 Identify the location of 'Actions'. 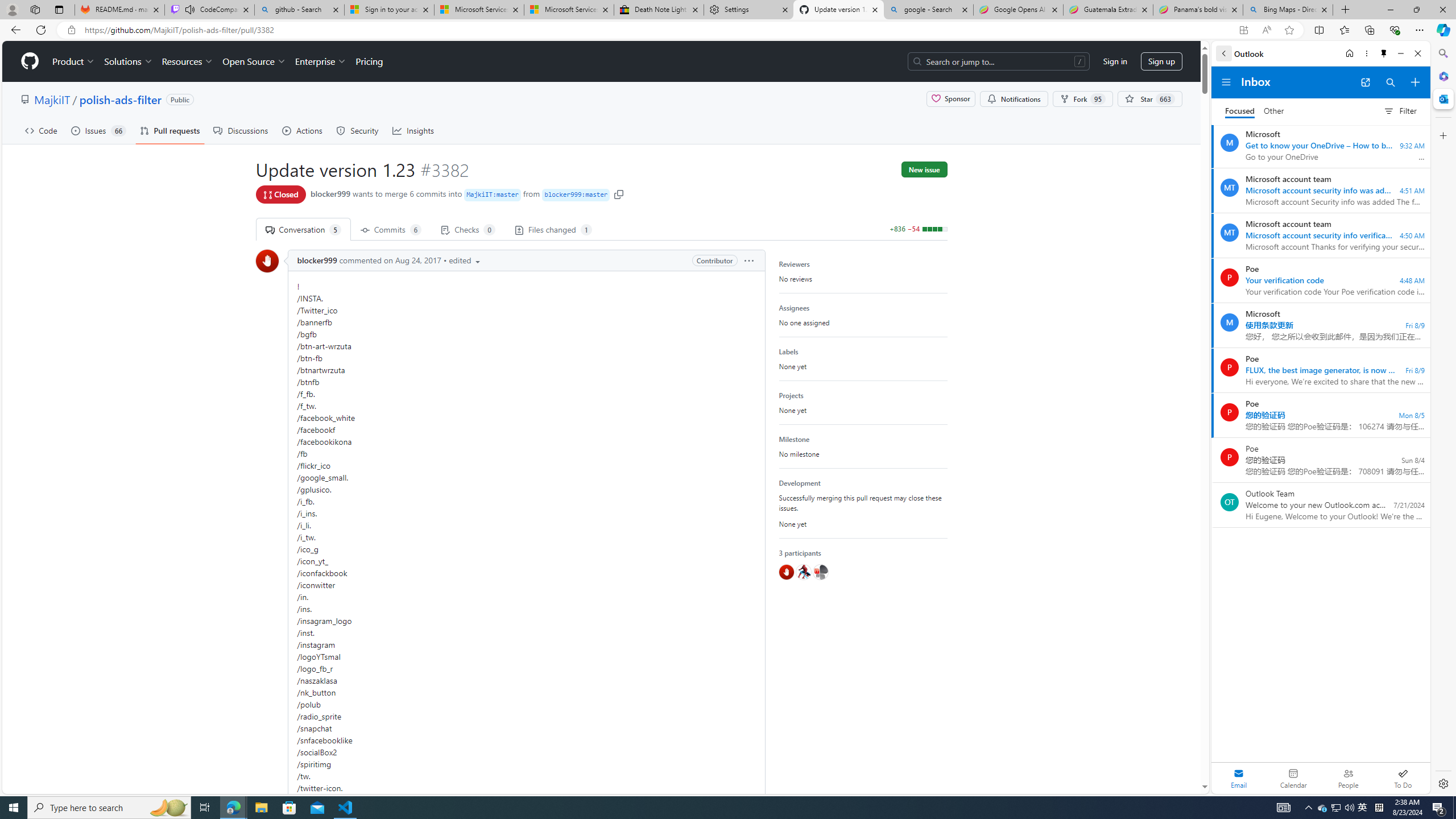
(302, 130).